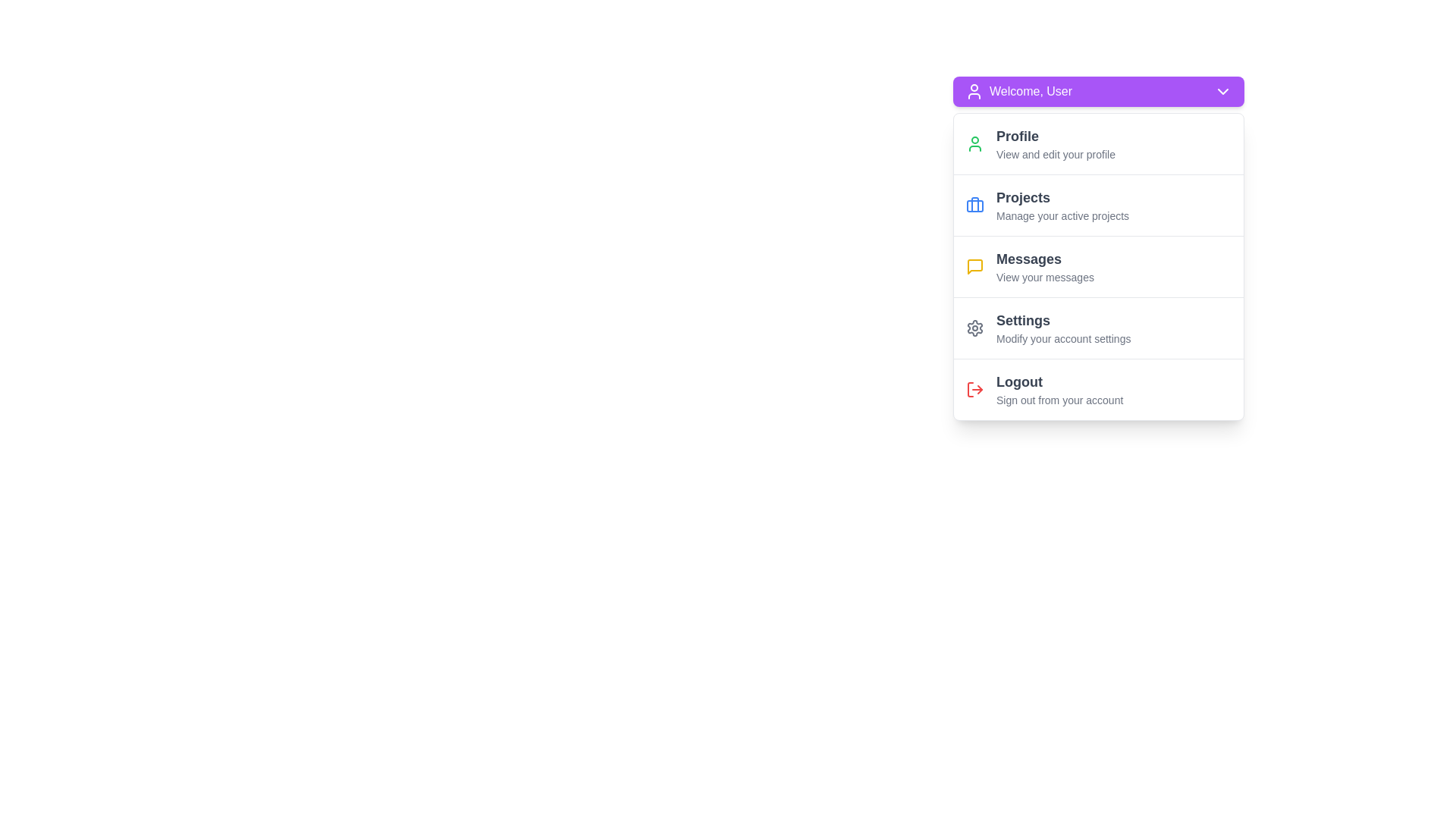 The image size is (1456, 819). What do you see at coordinates (1062, 327) in the screenshot?
I see `the List item labeled 'Settings' which includes a bold header and a subtitle, positioned fourth in the dropdown menu` at bounding box center [1062, 327].